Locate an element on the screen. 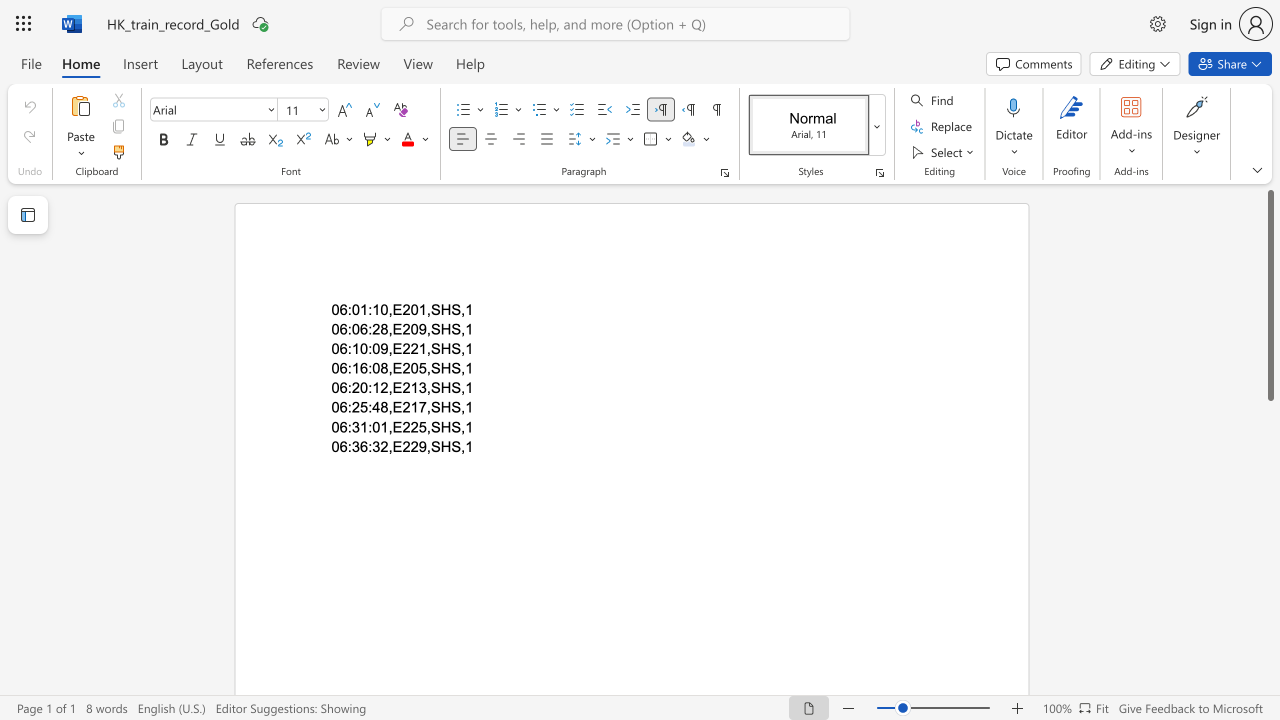 Image resolution: width=1280 pixels, height=720 pixels. the vertical scrollbar to lower the page content is located at coordinates (1269, 428).